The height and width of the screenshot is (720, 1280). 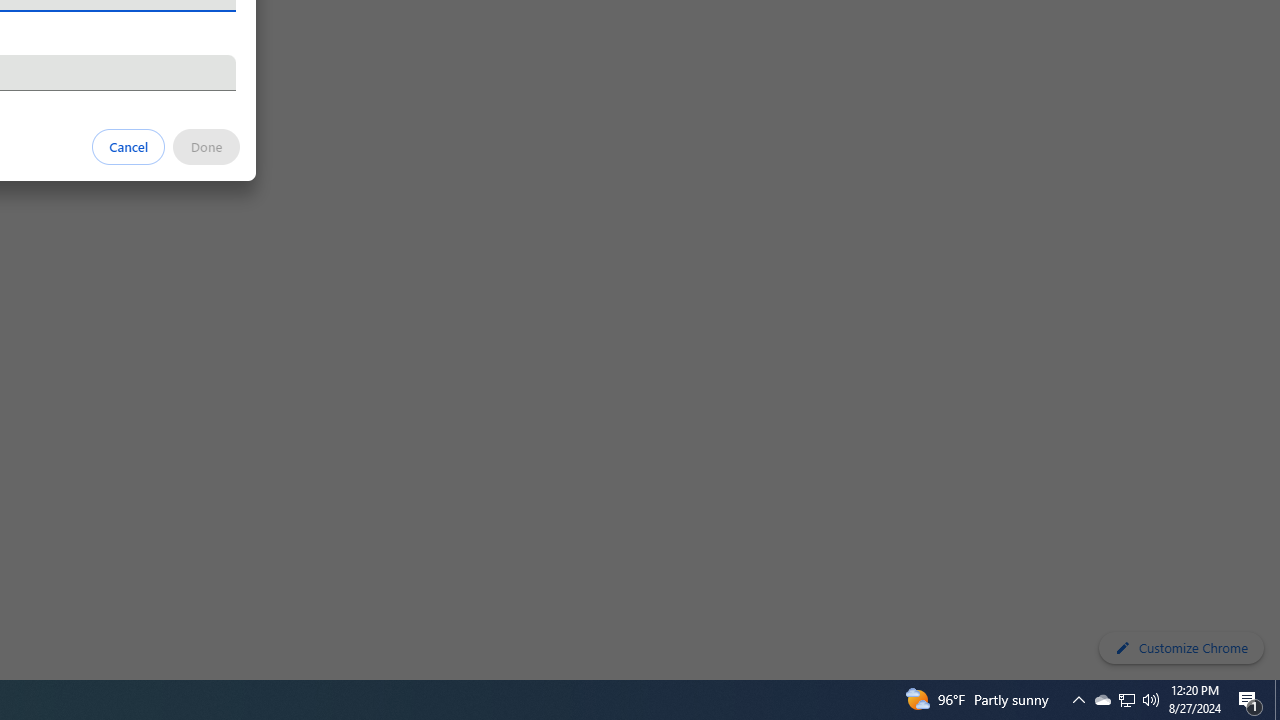 What do you see at coordinates (128, 145) in the screenshot?
I see `'Cancel'` at bounding box center [128, 145].